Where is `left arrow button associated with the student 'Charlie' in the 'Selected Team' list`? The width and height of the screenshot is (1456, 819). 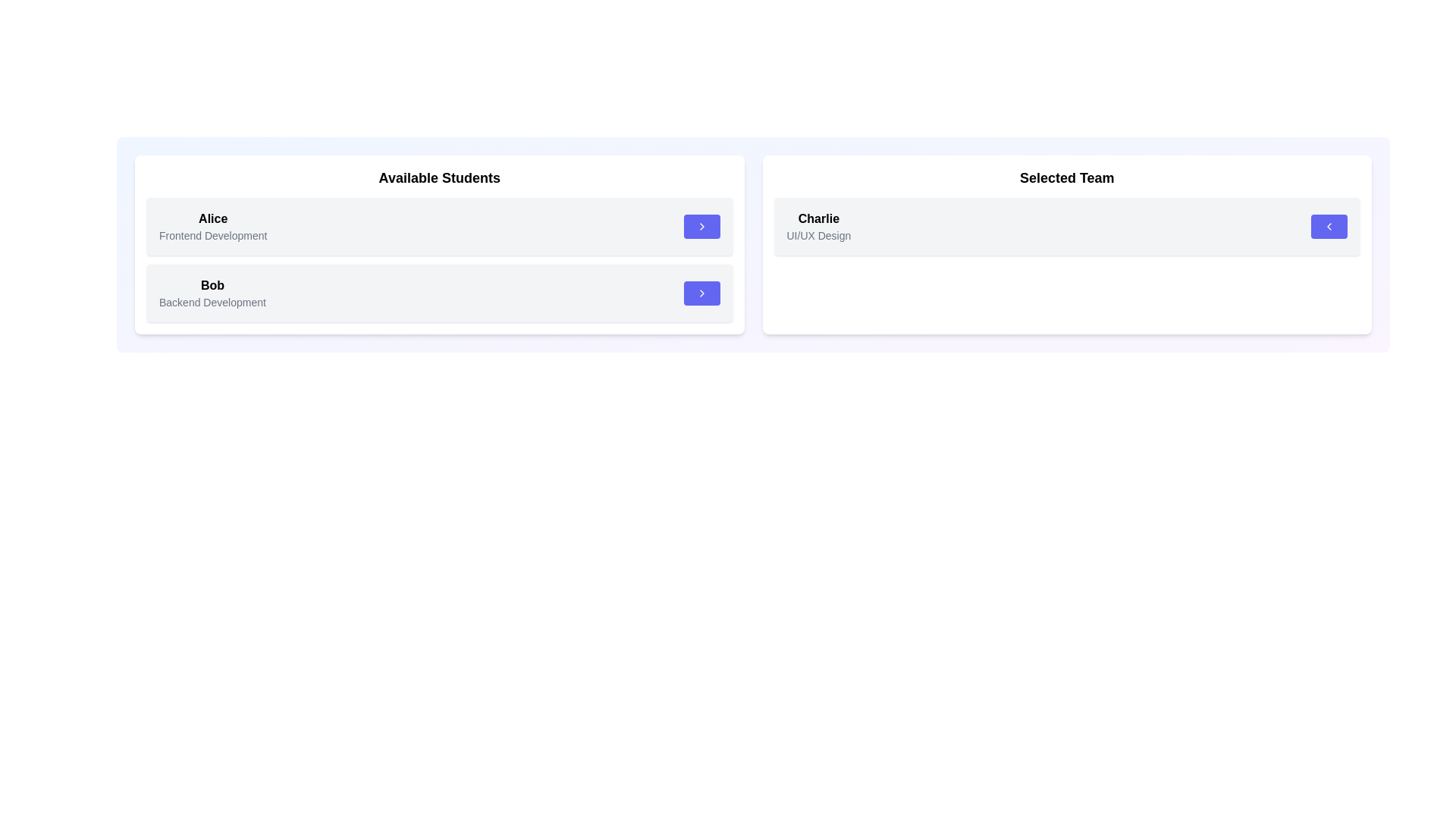
left arrow button associated with the student 'Charlie' in the 'Selected Team' list is located at coordinates (1328, 227).